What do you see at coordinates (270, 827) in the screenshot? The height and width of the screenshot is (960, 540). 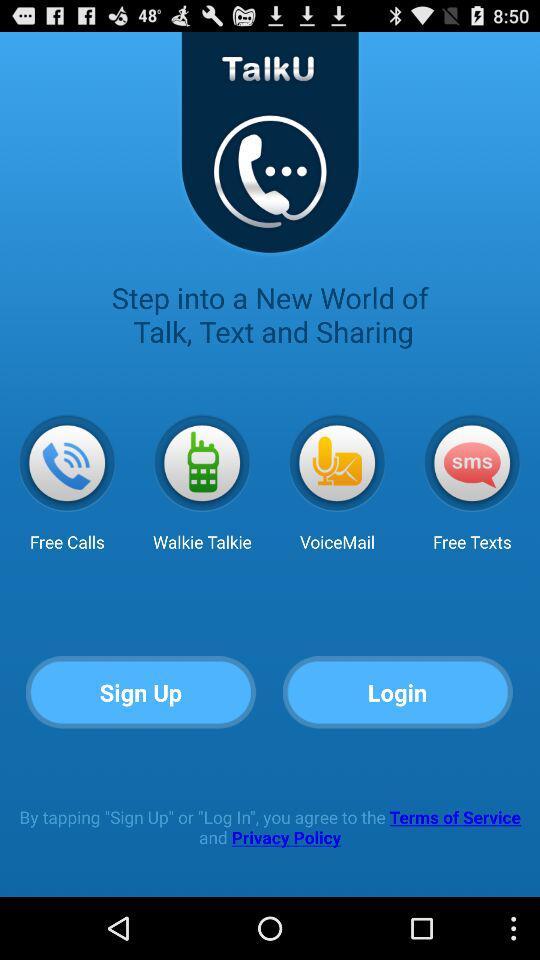 I see `by tapping sign` at bounding box center [270, 827].